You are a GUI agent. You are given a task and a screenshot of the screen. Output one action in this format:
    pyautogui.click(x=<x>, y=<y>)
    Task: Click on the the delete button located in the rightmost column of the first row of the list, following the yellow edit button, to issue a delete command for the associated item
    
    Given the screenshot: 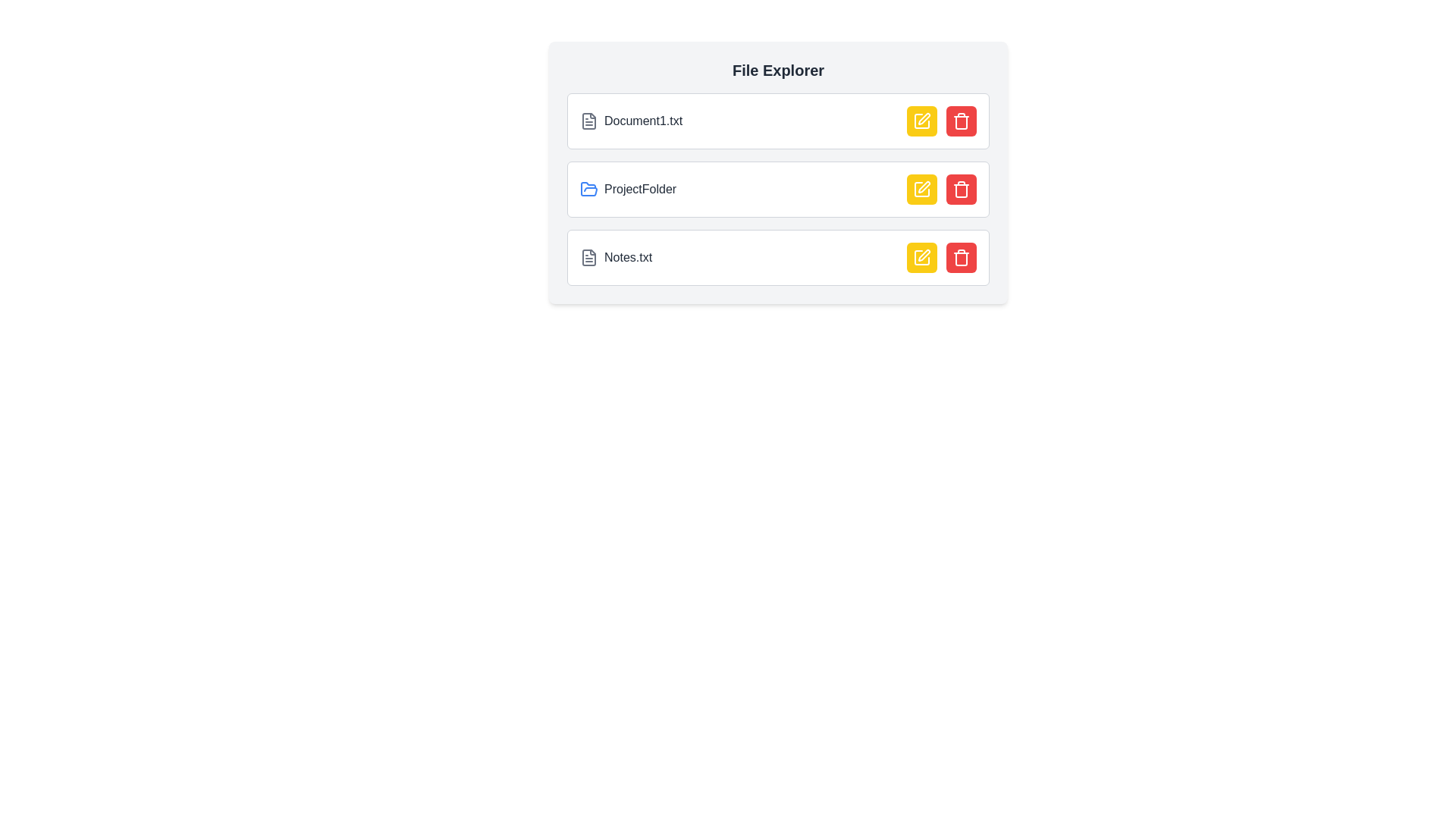 What is the action you would take?
    pyautogui.click(x=960, y=120)
    